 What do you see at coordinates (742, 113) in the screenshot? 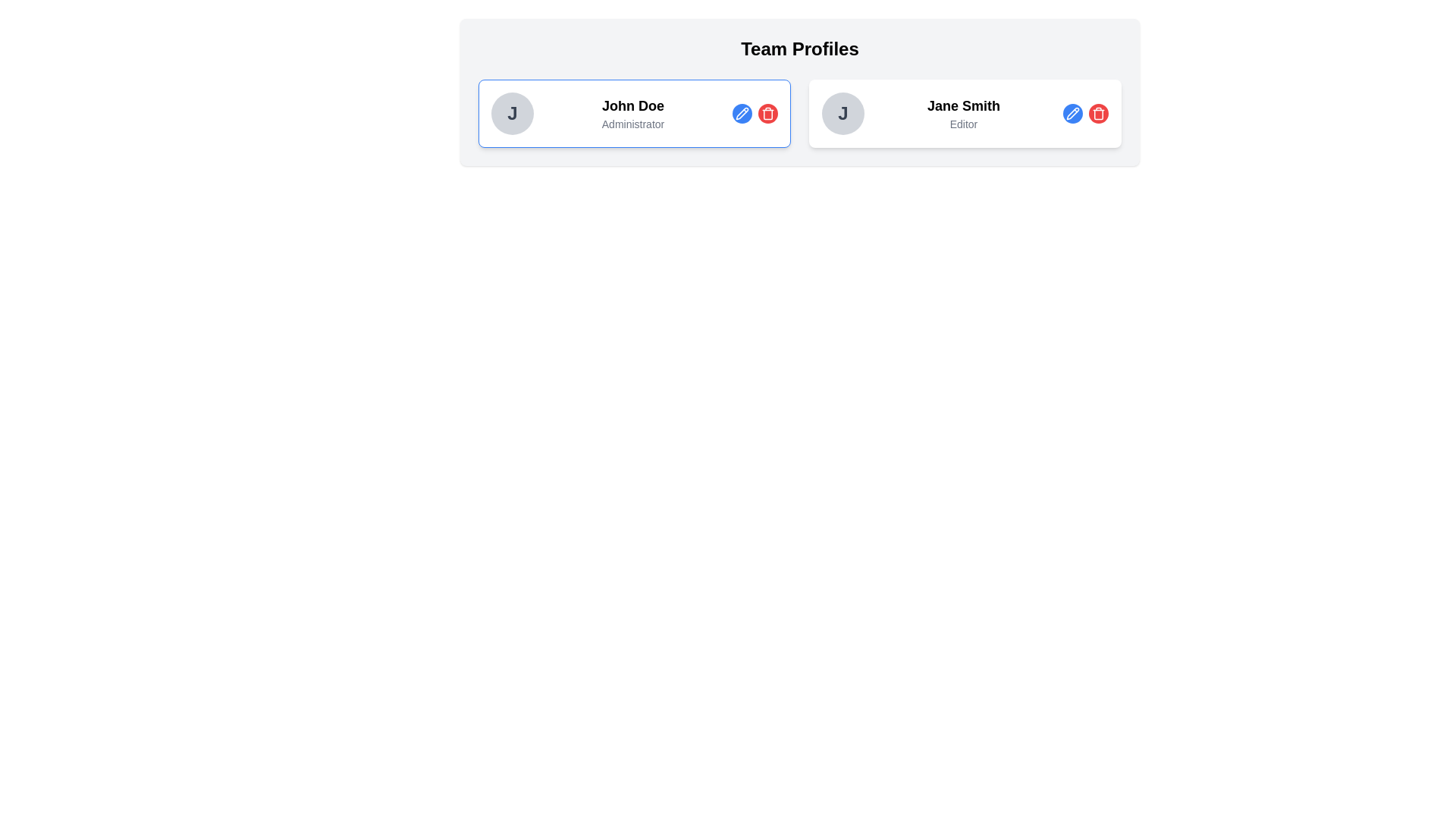
I see `the circular blue edit button with a white pencil icon located in the profile card between 'John Doe' and 'Jane Smith' to initiate edit functionality` at bounding box center [742, 113].